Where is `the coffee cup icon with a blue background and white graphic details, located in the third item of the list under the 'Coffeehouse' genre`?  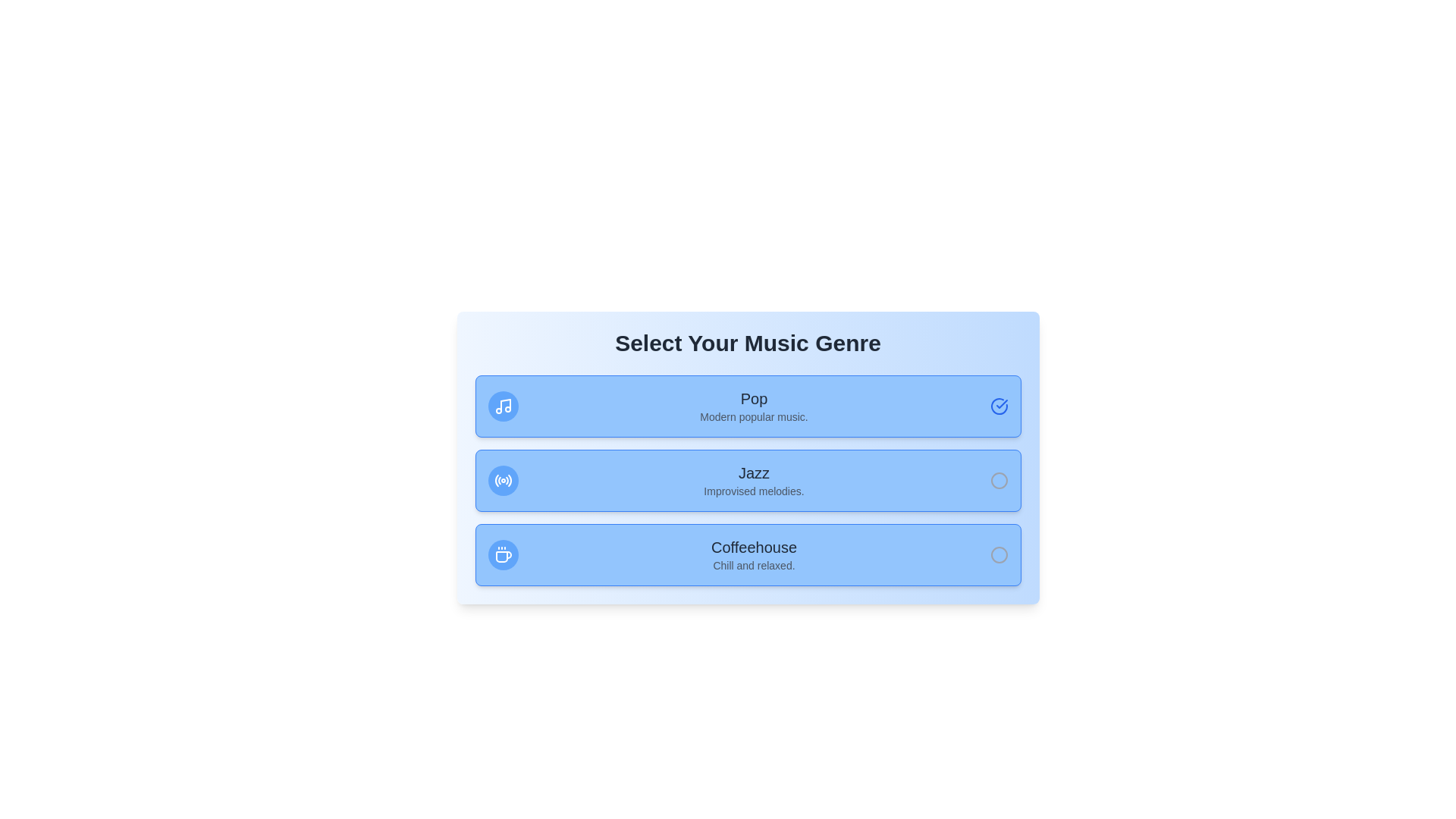
the coffee cup icon with a blue background and white graphic details, located in the third item of the list under the 'Coffeehouse' genre is located at coordinates (503, 555).